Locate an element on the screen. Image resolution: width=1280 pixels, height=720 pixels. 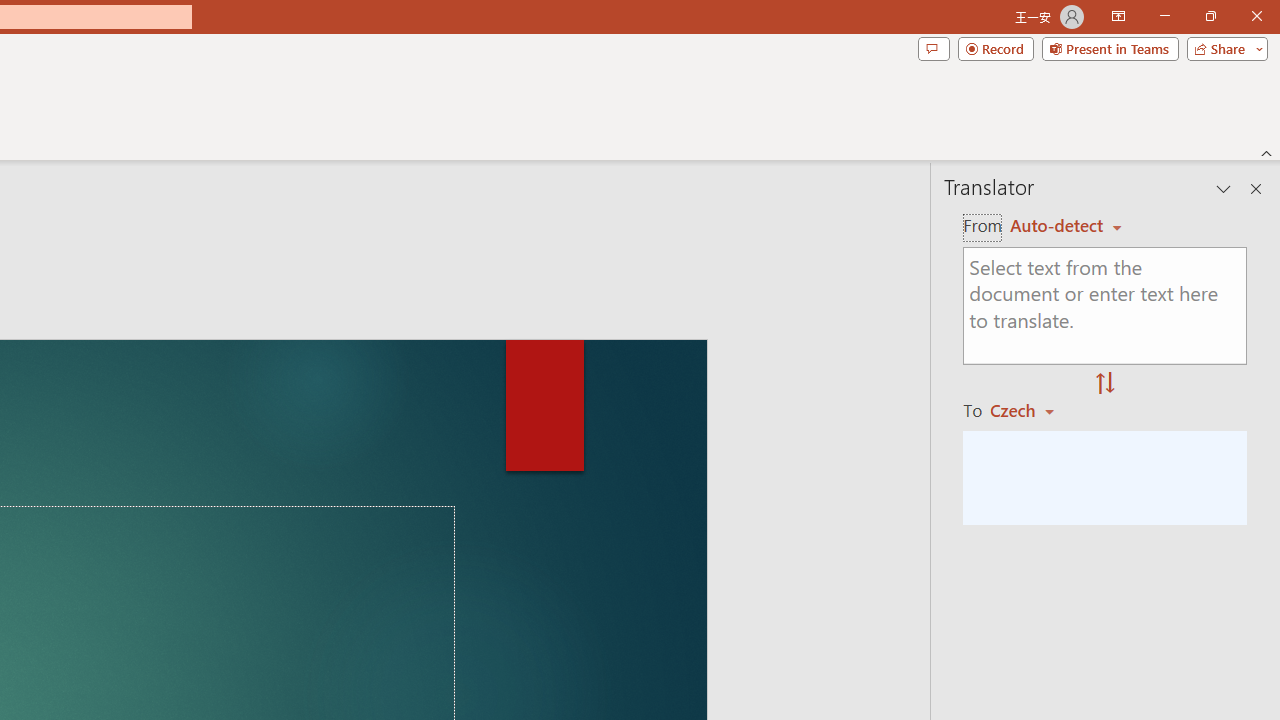
'Czech' is located at coordinates (1031, 409).